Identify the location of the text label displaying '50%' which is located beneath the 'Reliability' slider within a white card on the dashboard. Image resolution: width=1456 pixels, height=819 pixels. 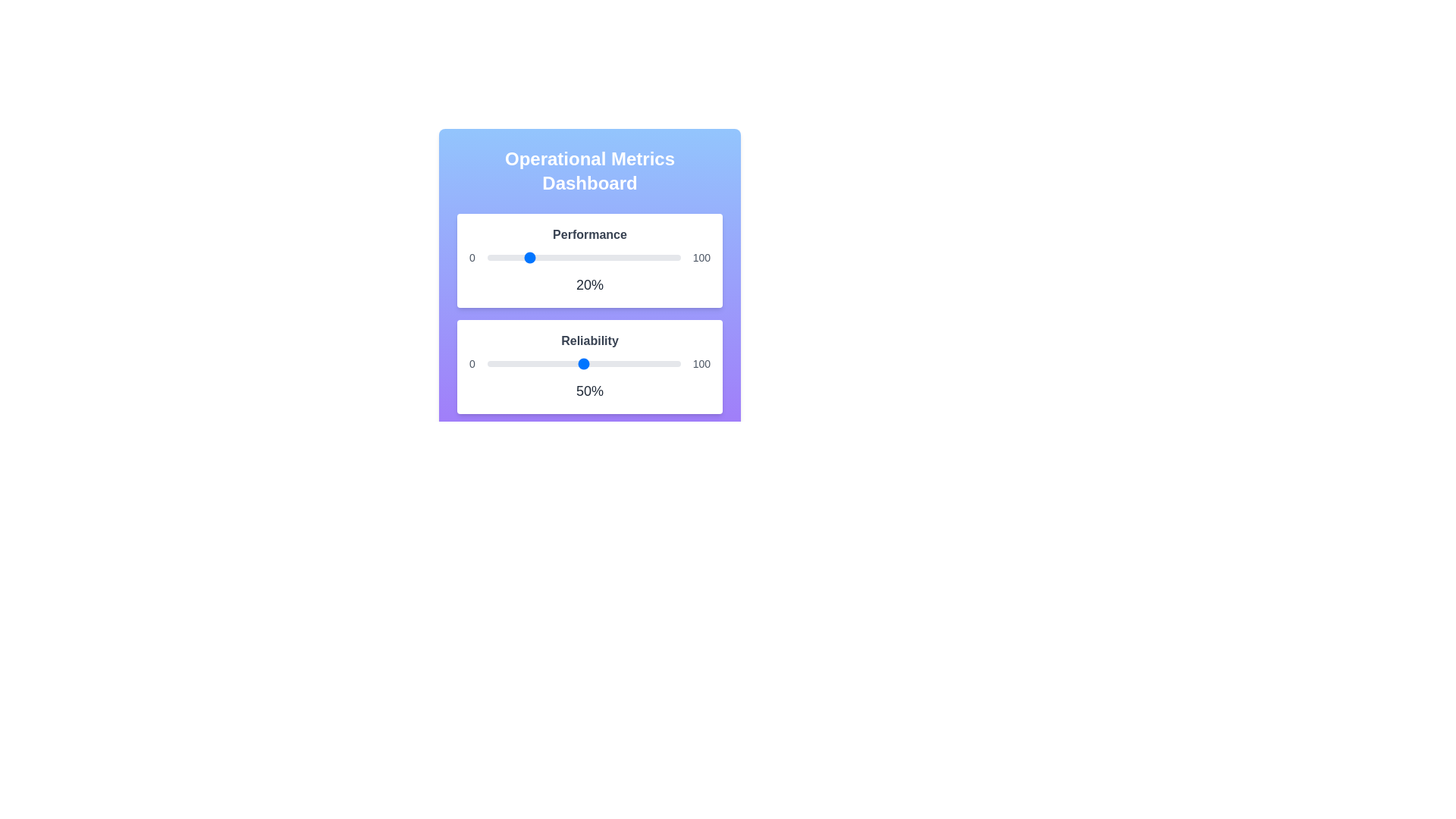
(588, 391).